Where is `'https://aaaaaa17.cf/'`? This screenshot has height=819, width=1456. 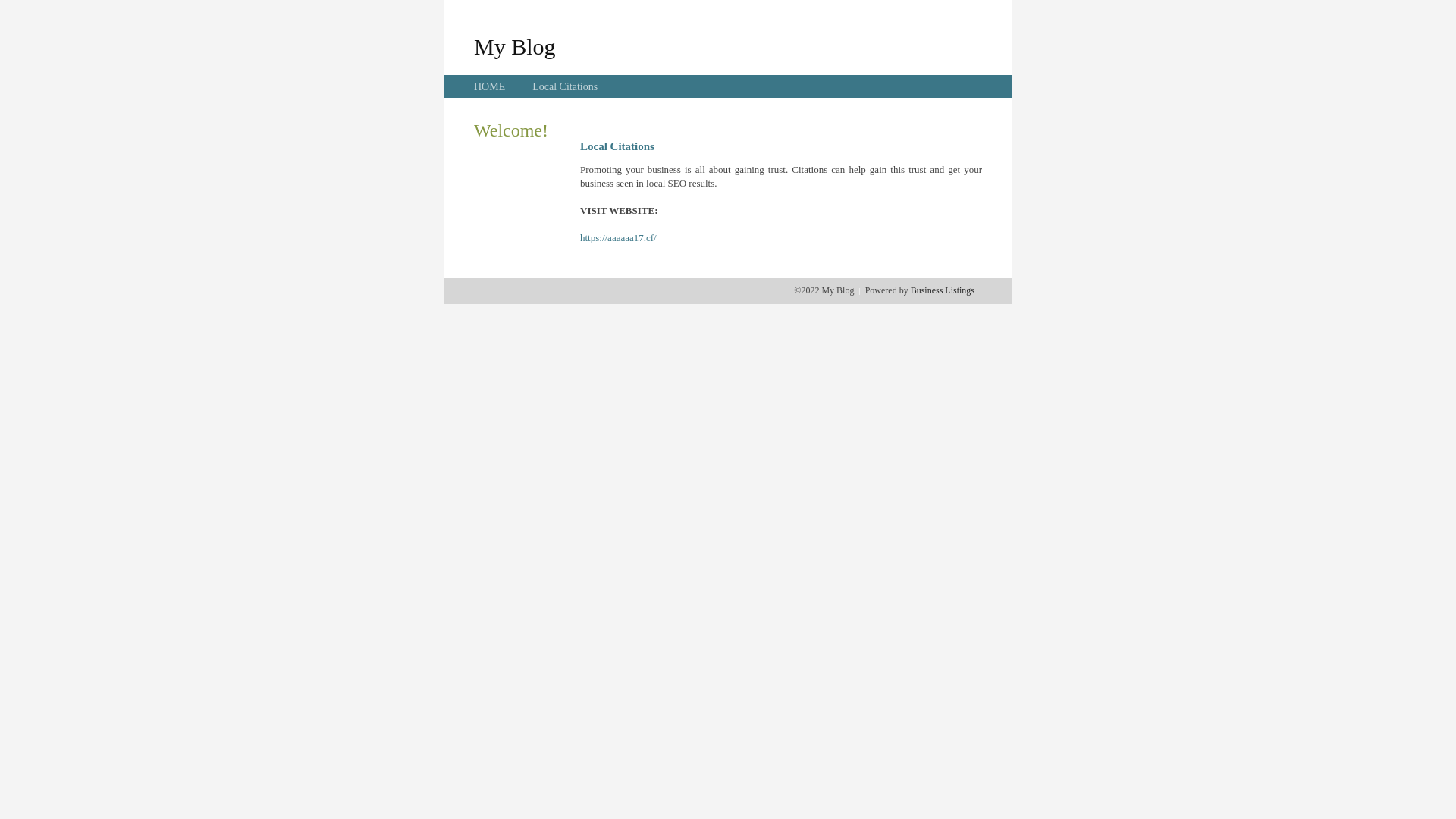
'https://aaaaaa17.cf/' is located at coordinates (579, 237).